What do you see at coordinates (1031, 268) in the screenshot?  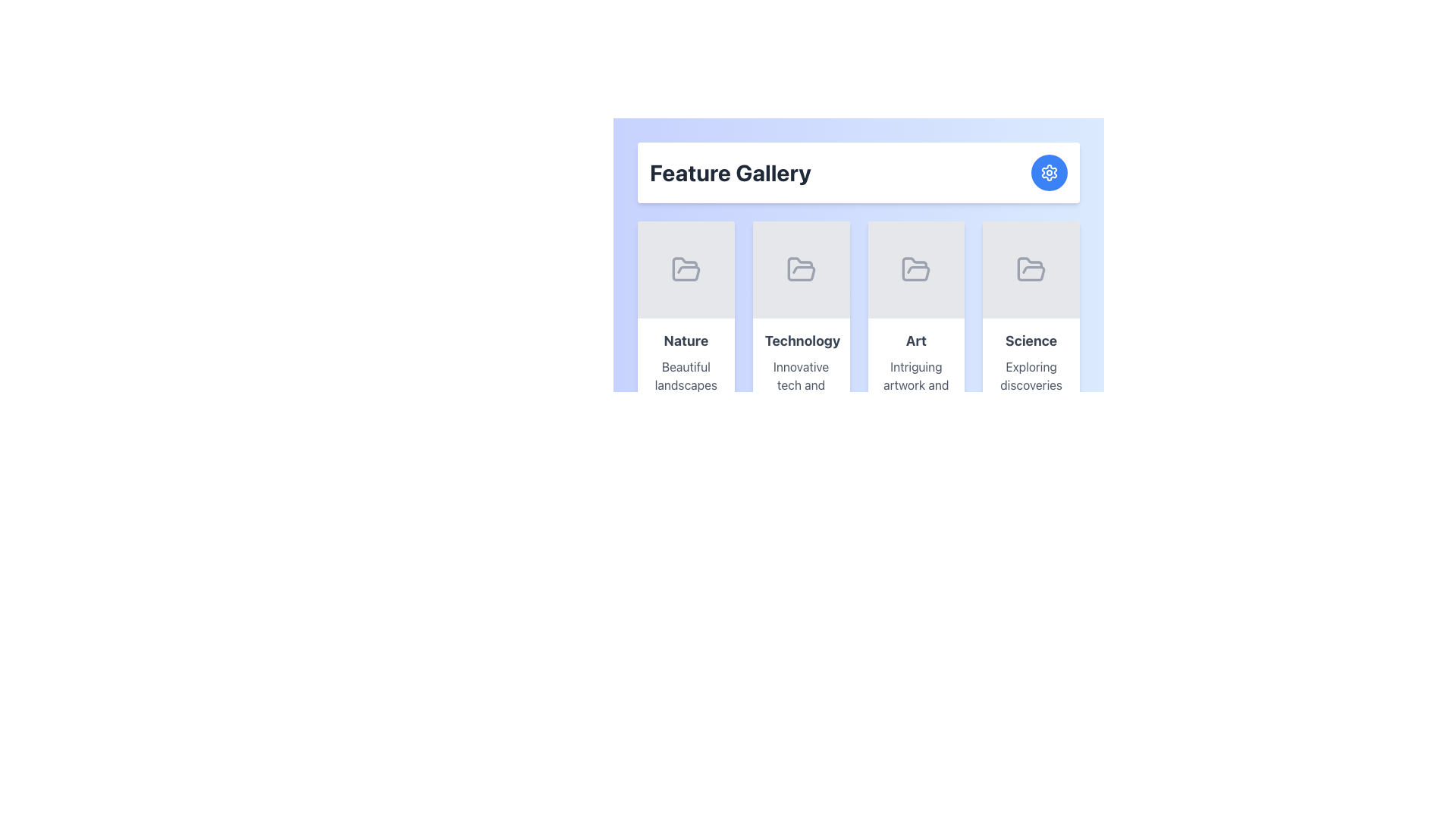 I see `the folder icon representing the 'Science' category in the 'Feature Gallery' interface, located at the far right of the row of category folders` at bounding box center [1031, 268].